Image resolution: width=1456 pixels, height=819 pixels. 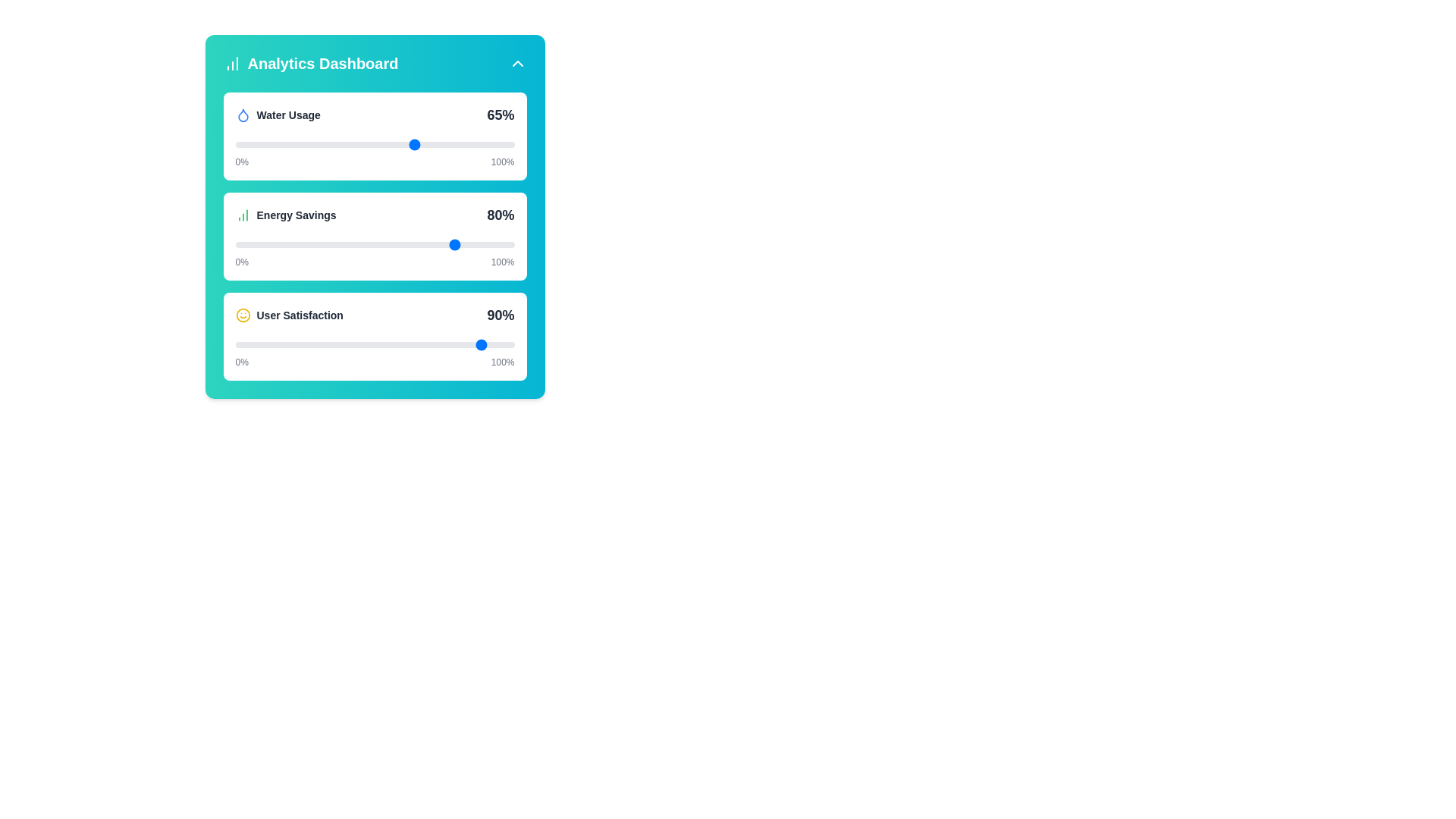 What do you see at coordinates (375, 145) in the screenshot?
I see `the Slider input element located in the 'Water Usage' section of the Analytics Dashboard, positioned below the label '65%' and above '0%' and '100%'` at bounding box center [375, 145].